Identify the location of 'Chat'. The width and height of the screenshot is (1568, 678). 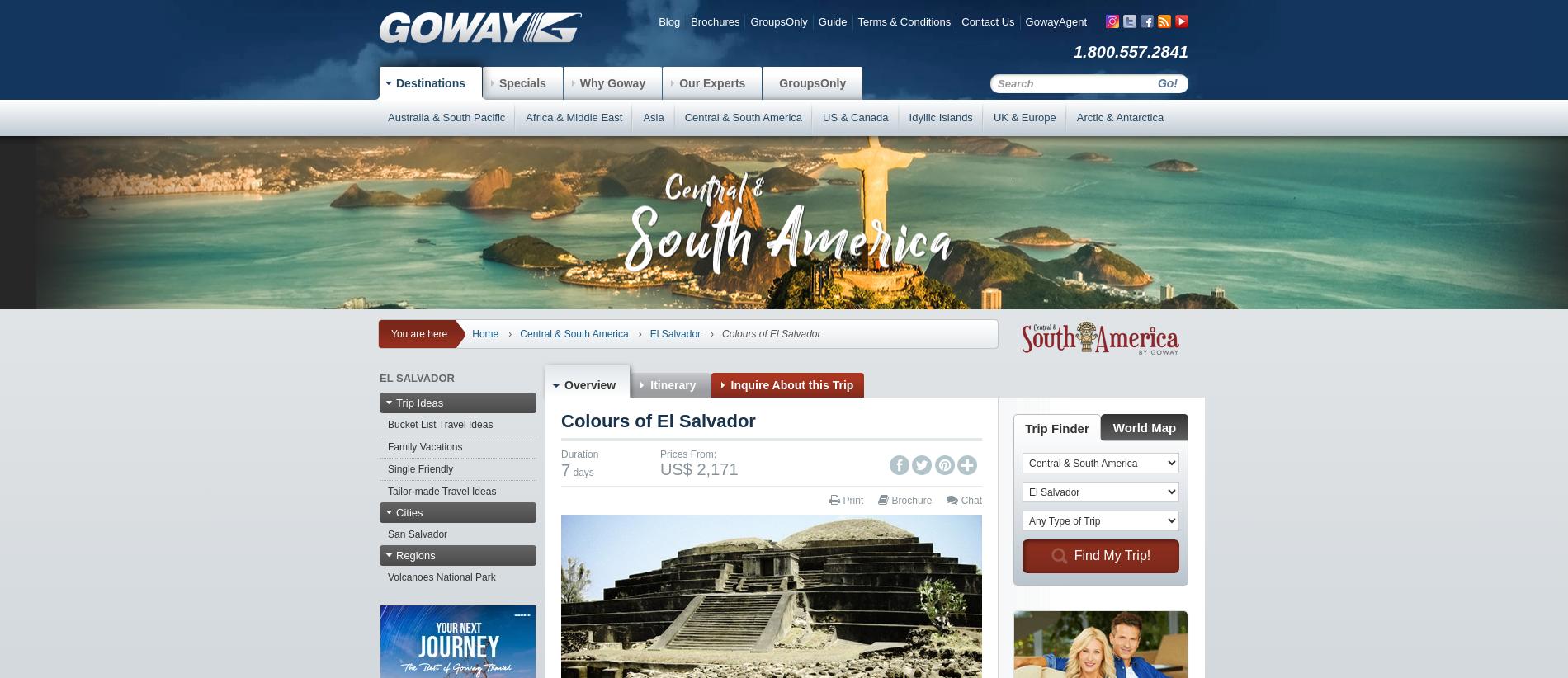
(970, 499).